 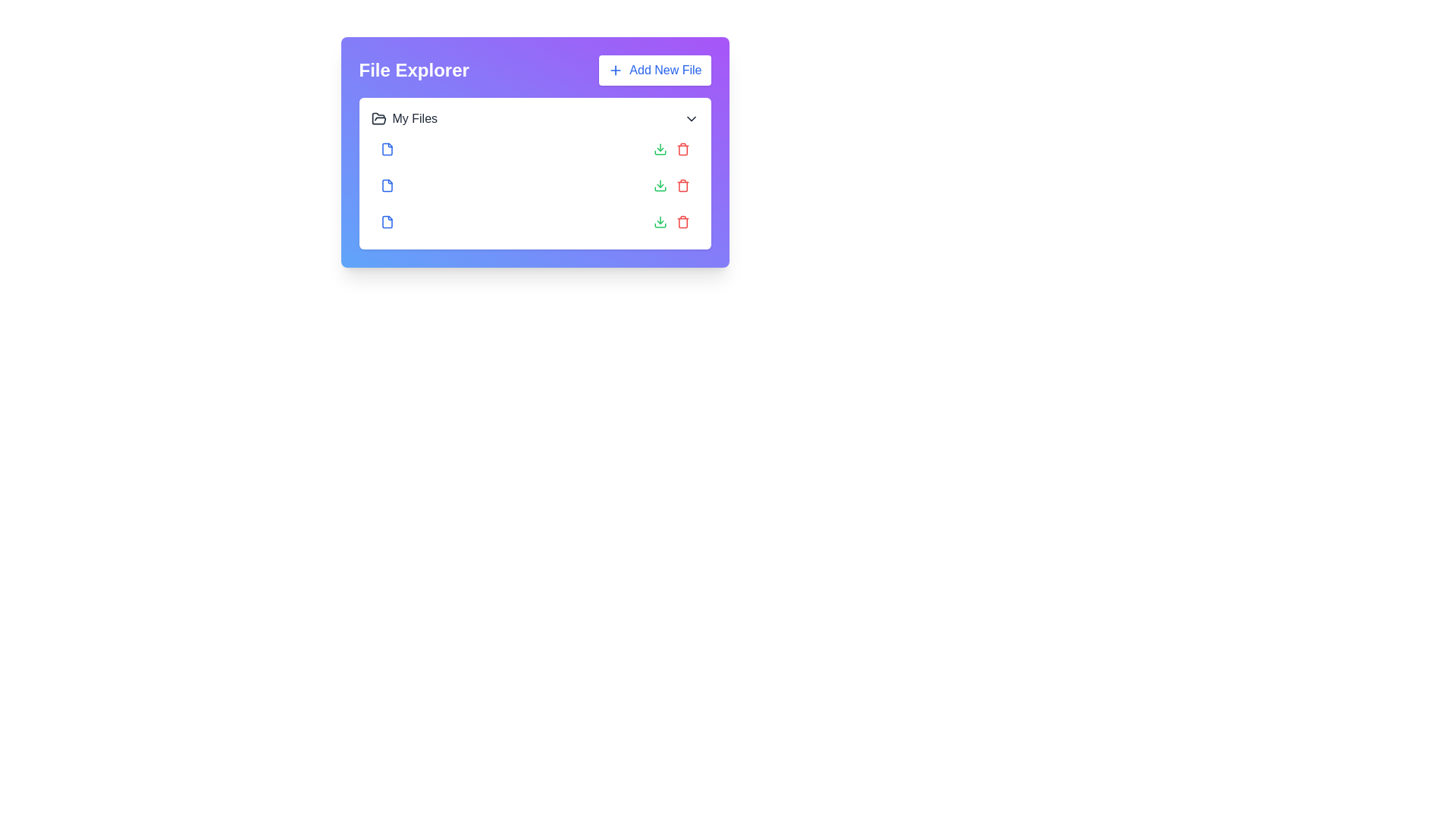 What do you see at coordinates (378, 118) in the screenshot?
I see `the open folder SVG icon located to the left of the 'My Files' text in the 'File Explorer' section` at bounding box center [378, 118].